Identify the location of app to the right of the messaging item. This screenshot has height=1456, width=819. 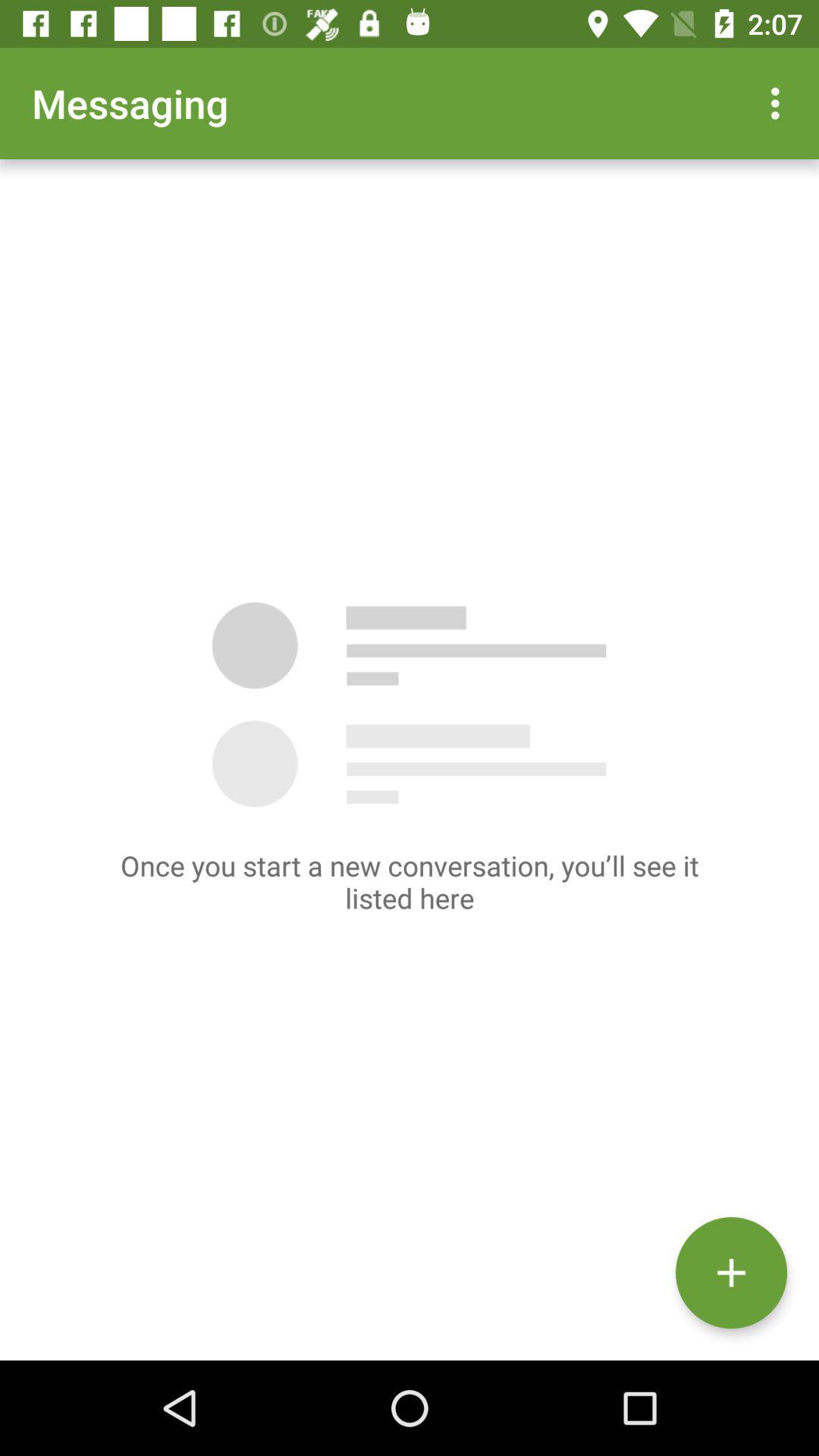
(779, 102).